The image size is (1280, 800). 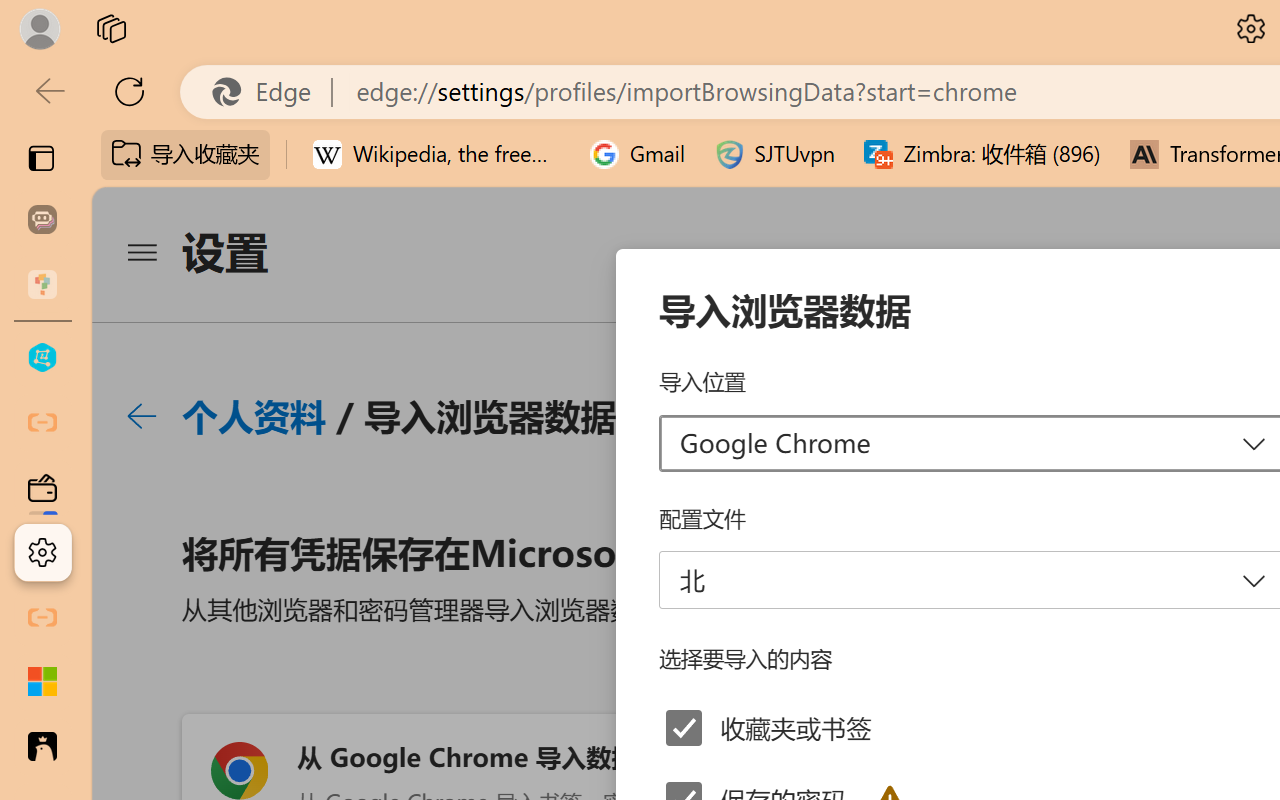 I want to click on 'Class: c01179', so click(x=140, y=416).